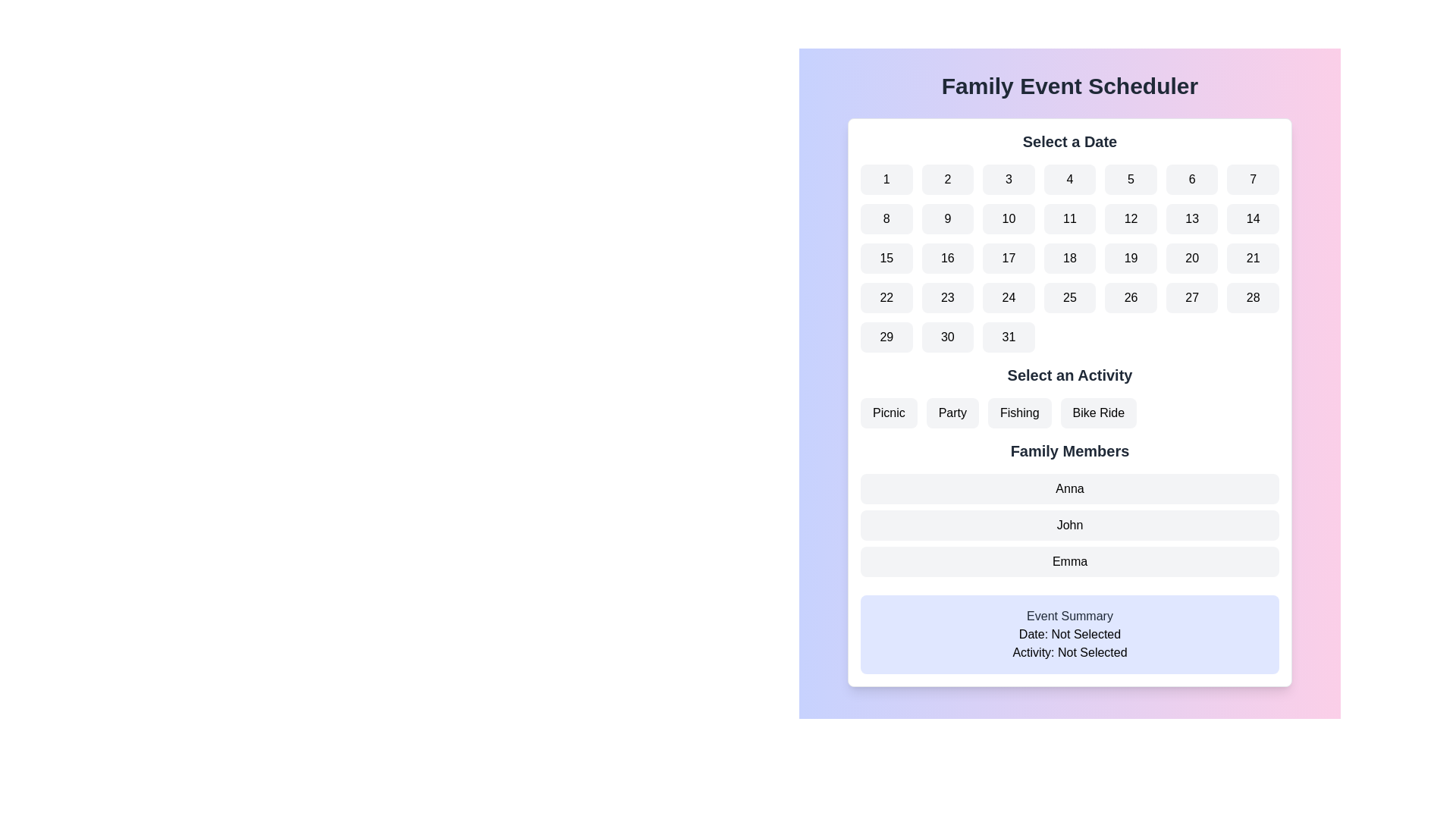 The image size is (1456, 819). What do you see at coordinates (946, 257) in the screenshot?
I see `the rounded rectangular button with a light gray background and the number '16' displayed in black text, which is the second item in the third row of the calendar interface` at bounding box center [946, 257].